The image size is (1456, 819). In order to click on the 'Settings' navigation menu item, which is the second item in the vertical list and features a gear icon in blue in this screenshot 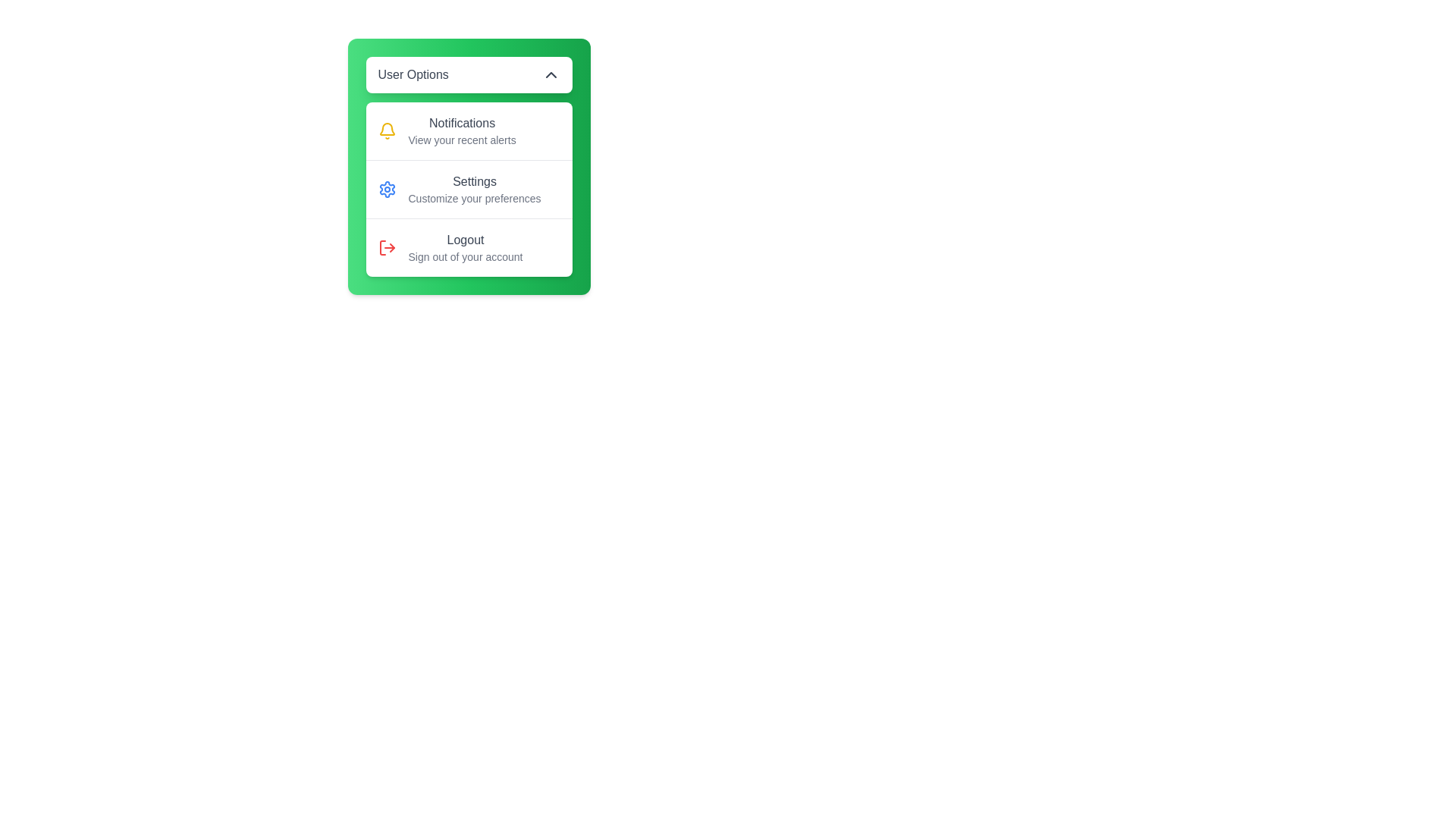, I will do `click(468, 188)`.